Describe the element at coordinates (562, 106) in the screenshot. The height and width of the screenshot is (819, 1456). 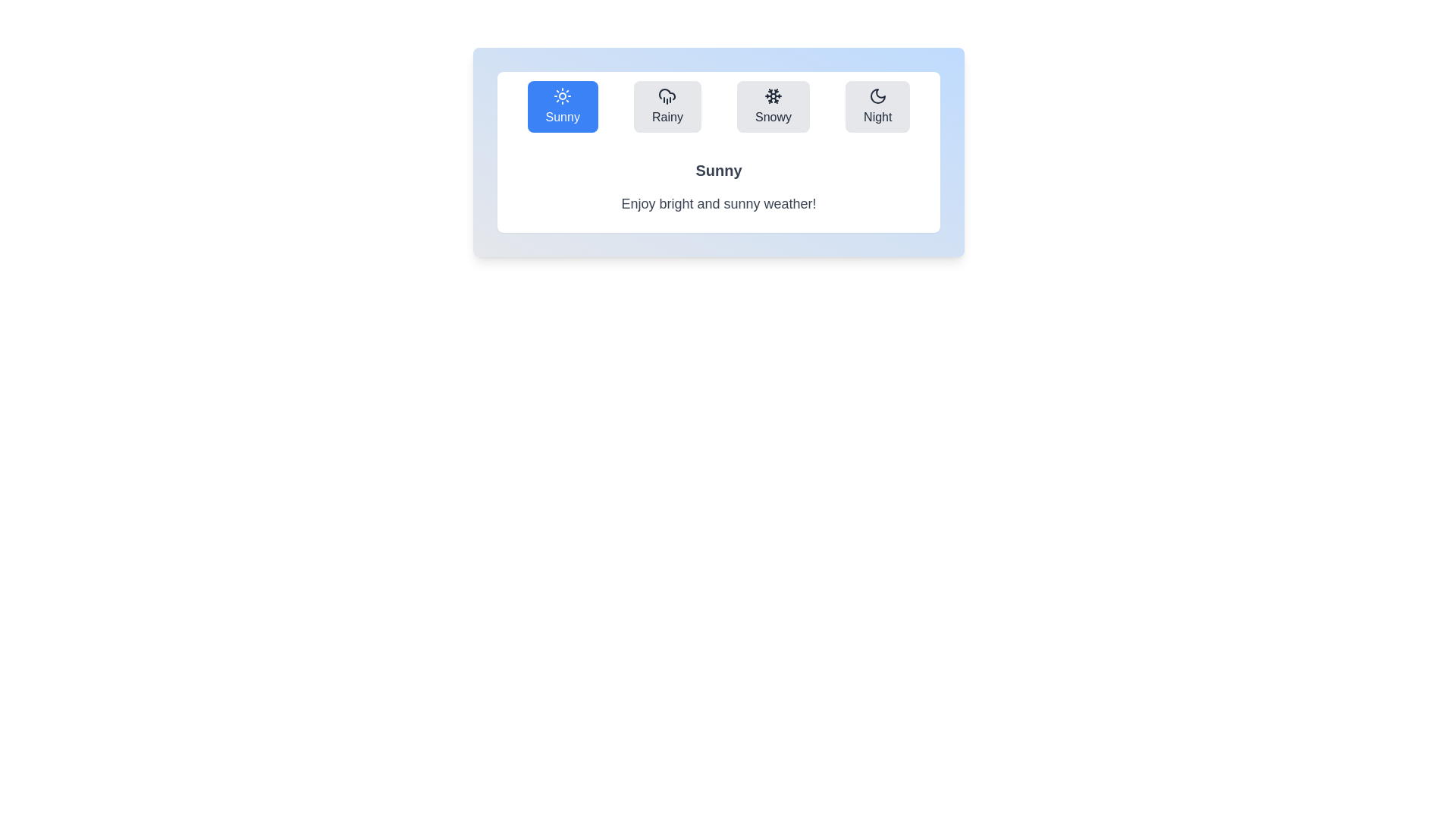
I see `the weather condition icon corresponding to Sunny` at that location.